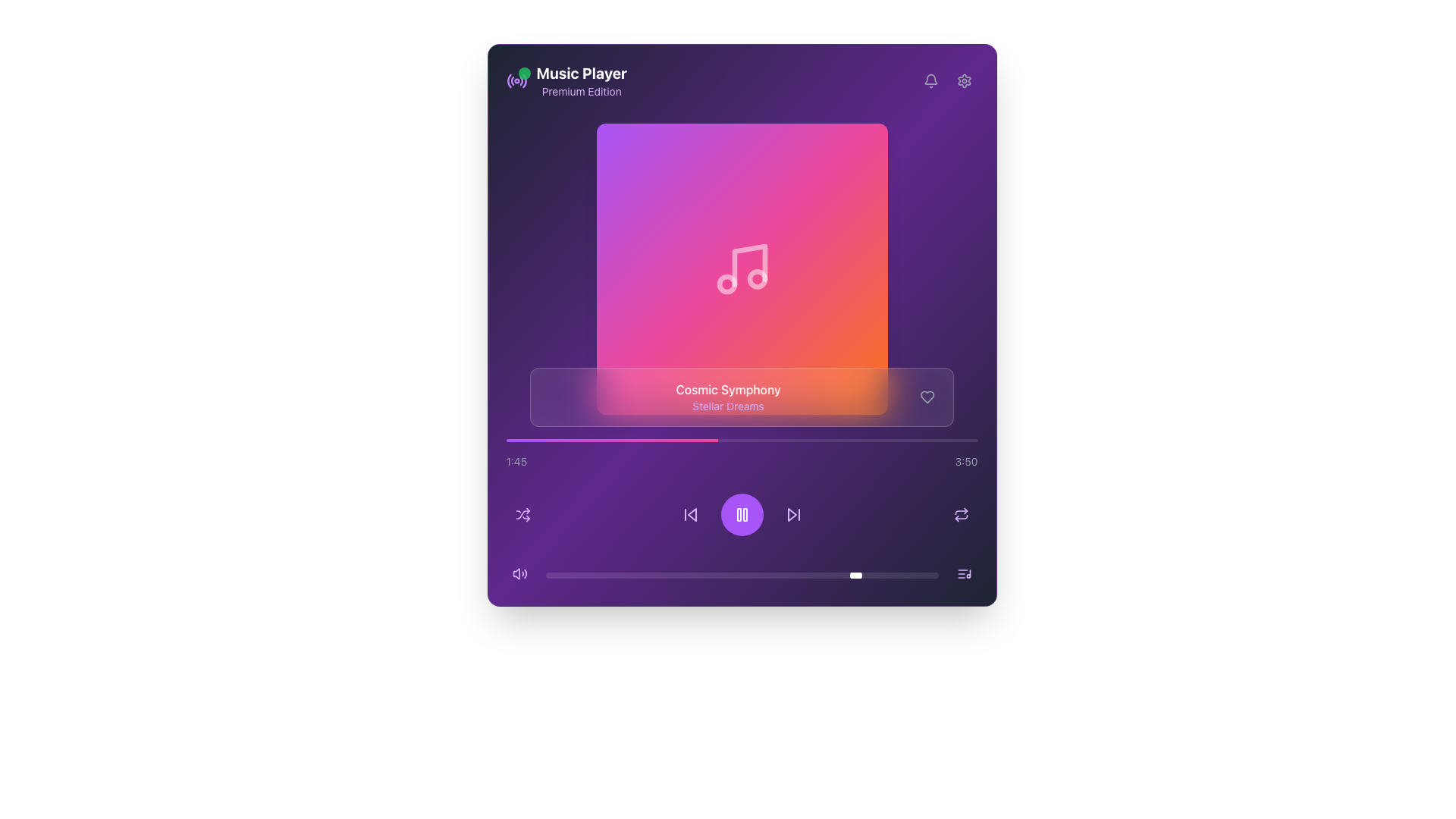 This screenshot has width=1456, height=819. What do you see at coordinates (742, 268) in the screenshot?
I see `the Visual display box (album cover placeholder) which is a square-shaped component with a vibrant gradient background and a musical note icon, located centrally below the 'Music Player Premium Edition' heading` at bounding box center [742, 268].